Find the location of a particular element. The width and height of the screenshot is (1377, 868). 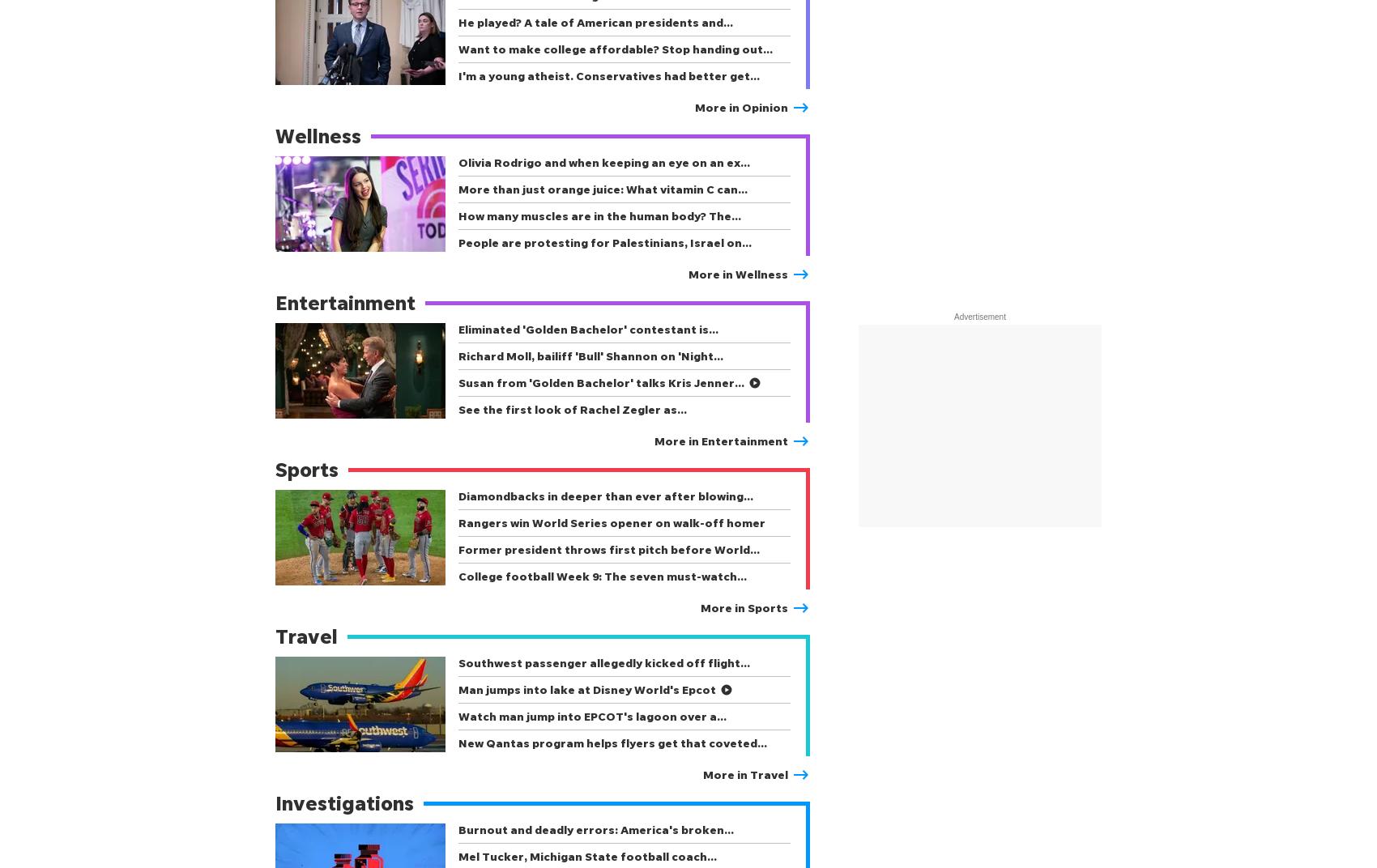

'Mel Tucker, Michigan State football coach…' is located at coordinates (457, 856).